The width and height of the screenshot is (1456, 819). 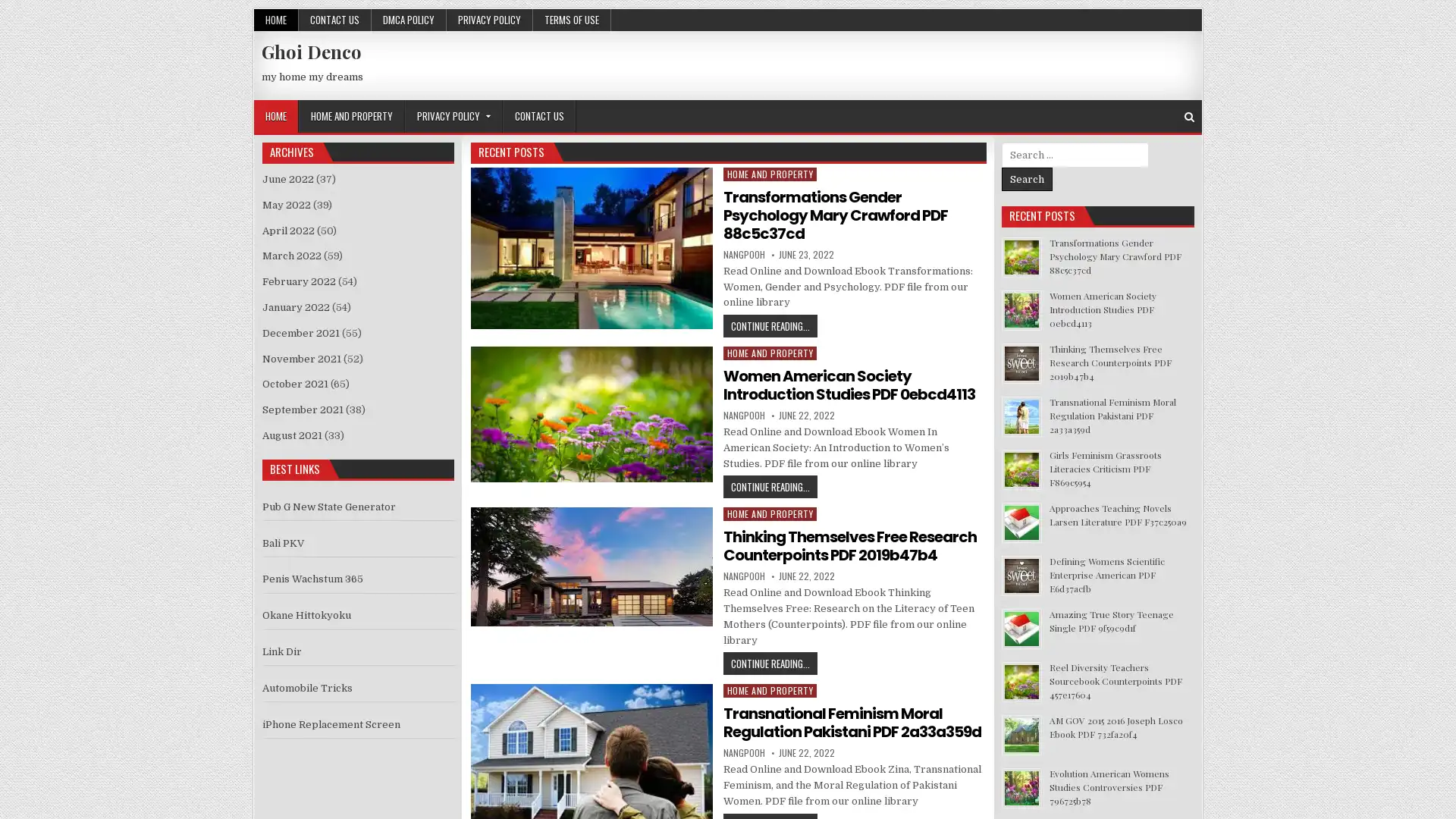 What do you see at coordinates (1027, 178) in the screenshot?
I see `Search` at bounding box center [1027, 178].